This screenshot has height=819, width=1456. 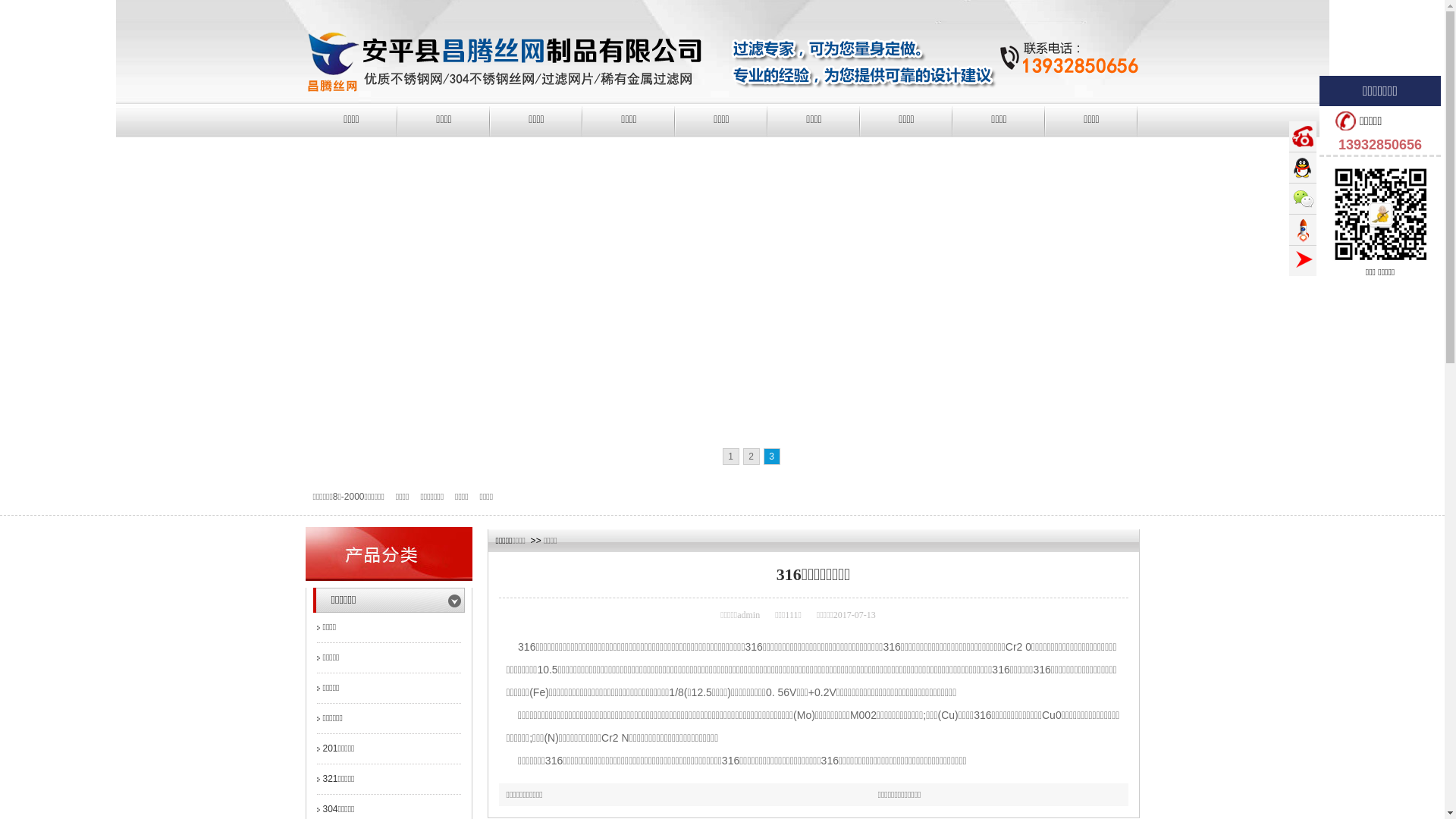 I want to click on '3038276279', so click(x=1302, y=167).